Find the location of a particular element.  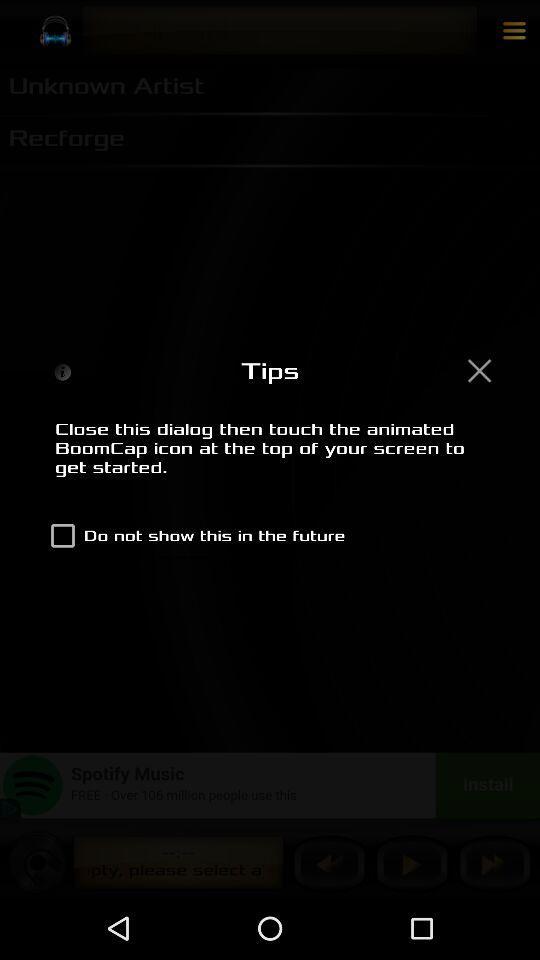

icon below close this dialog is located at coordinates (193, 534).